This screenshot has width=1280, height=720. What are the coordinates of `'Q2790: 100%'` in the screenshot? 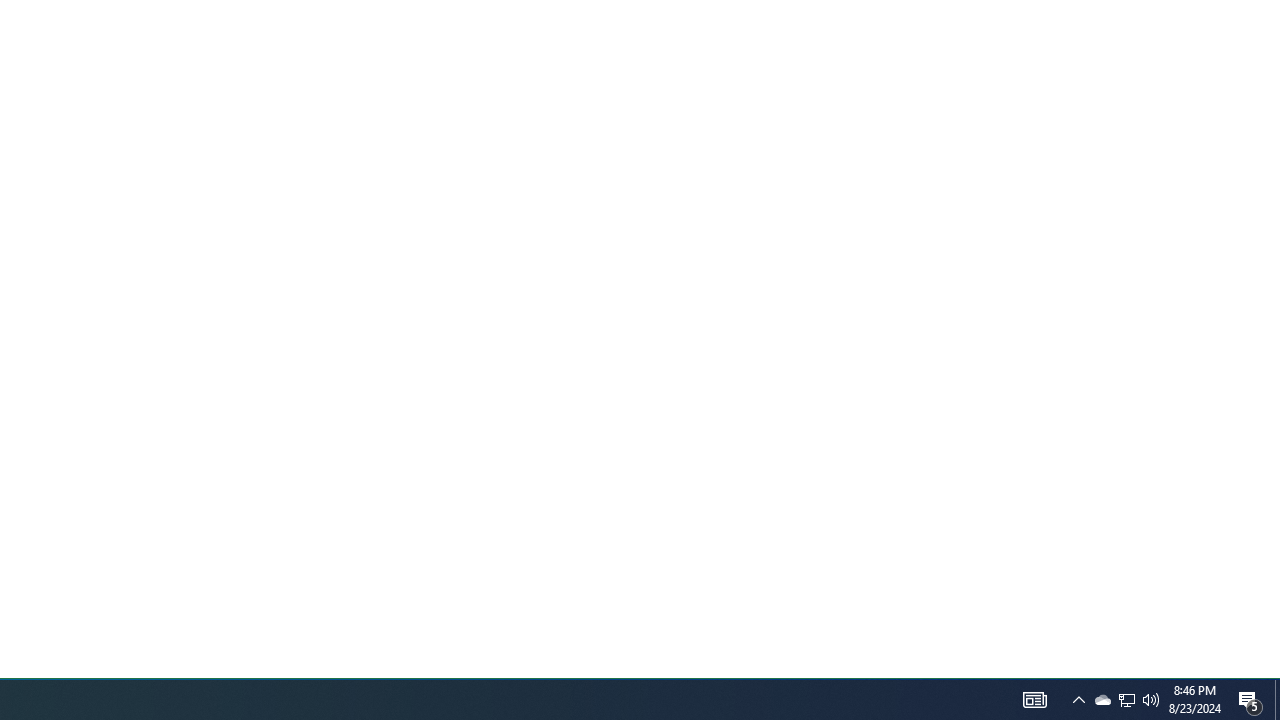 It's located at (1151, 698).